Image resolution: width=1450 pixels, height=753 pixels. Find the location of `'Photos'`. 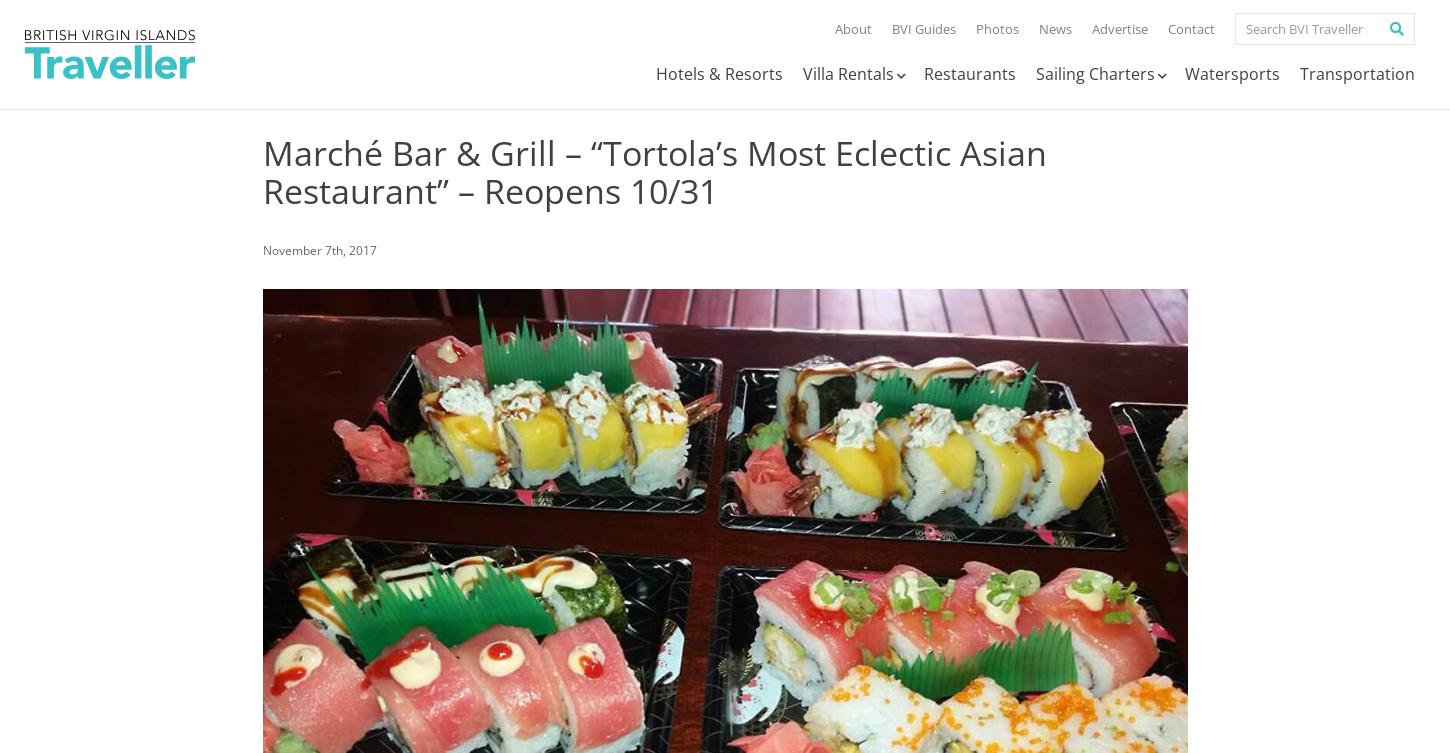

'Photos' is located at coordinates (997, 28).